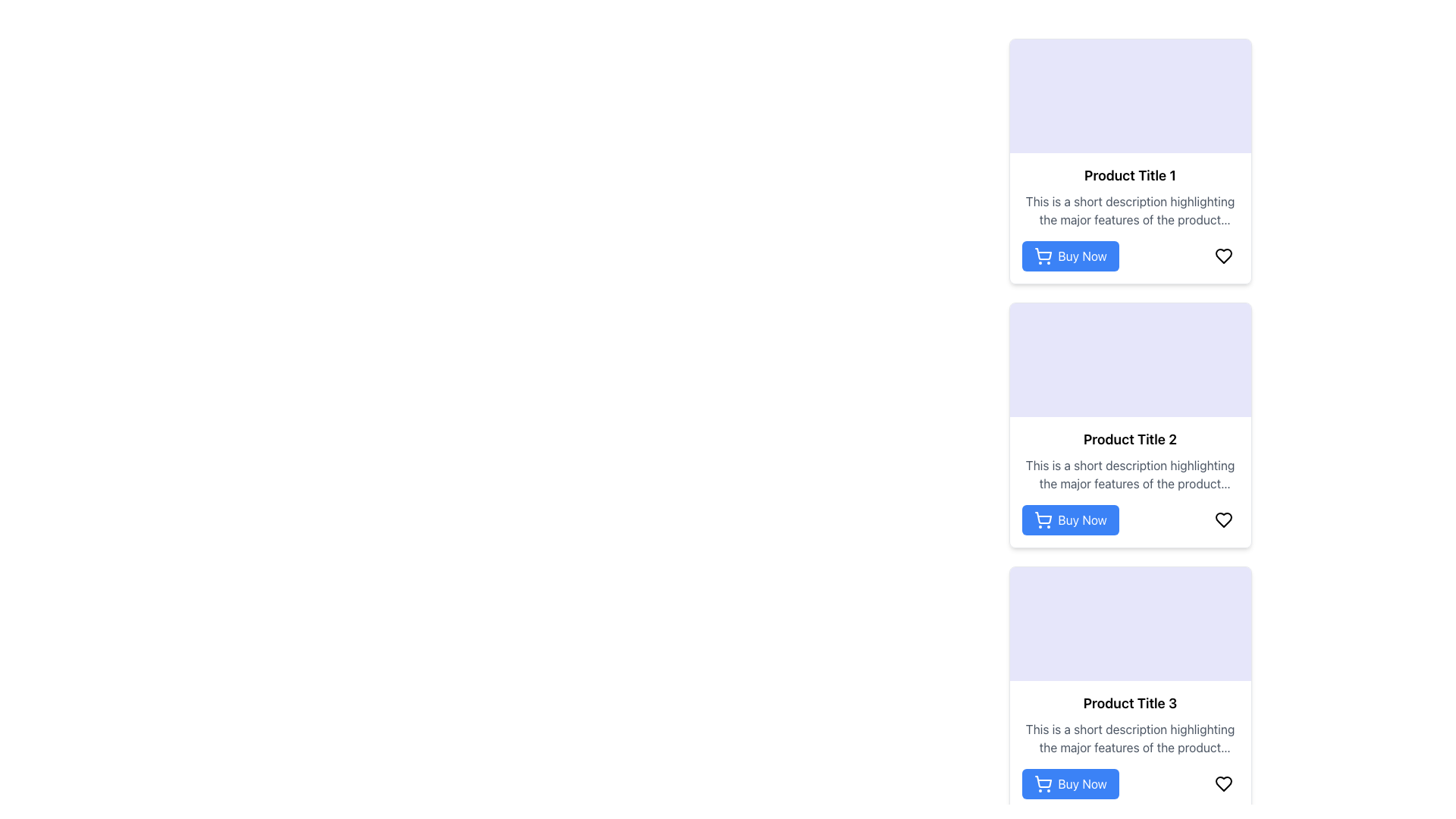 The width and height of the screenshot is (1456, 819). What do you see at coordinates (1130, 704) in the screenshot?
I see `text from the product title label located in the bottom-right card of the three-row vertical arrangement of product cards` at bounding box center [1130, 704].